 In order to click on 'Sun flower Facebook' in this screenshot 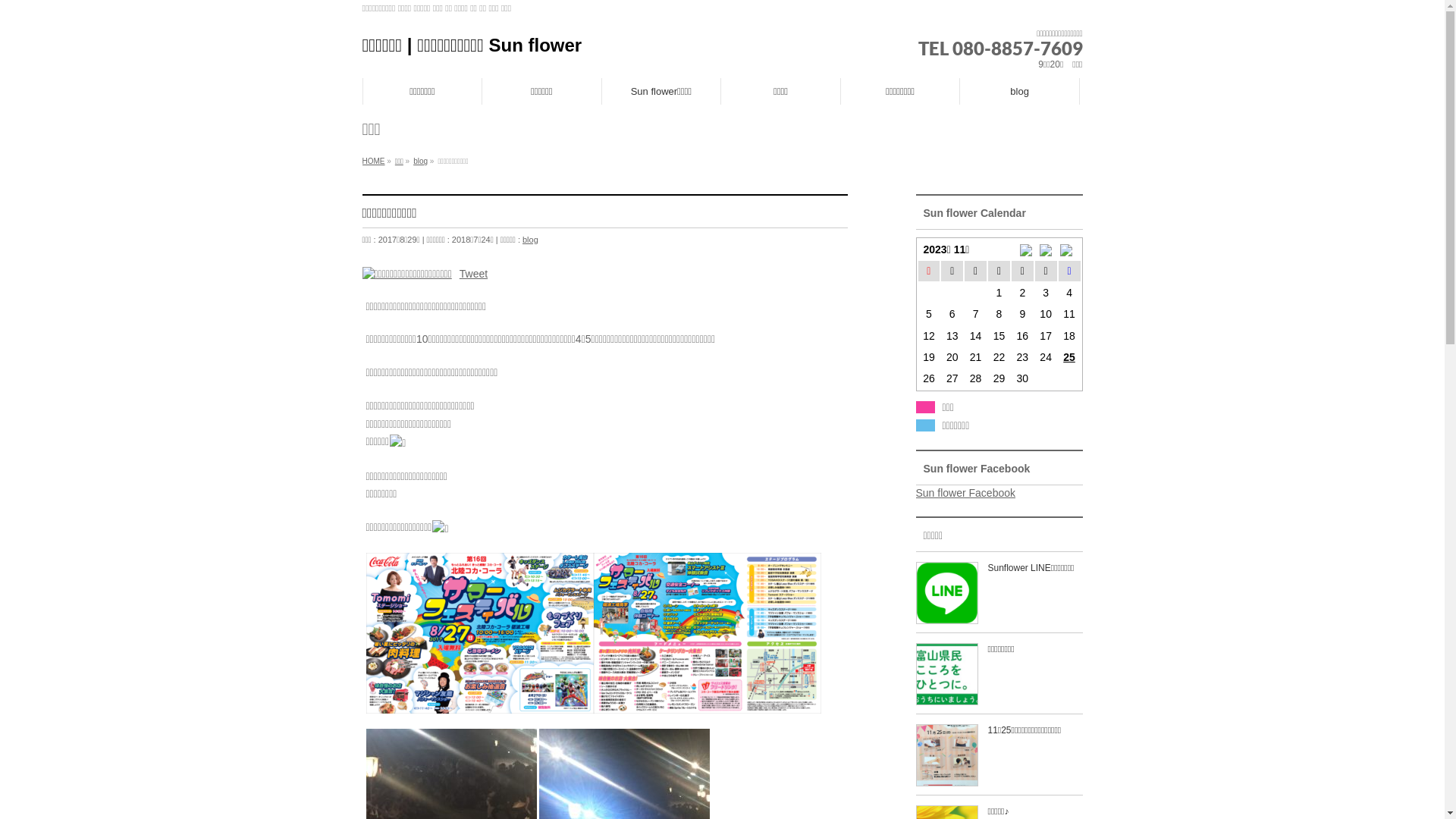, I will do `click(977, 467)`.